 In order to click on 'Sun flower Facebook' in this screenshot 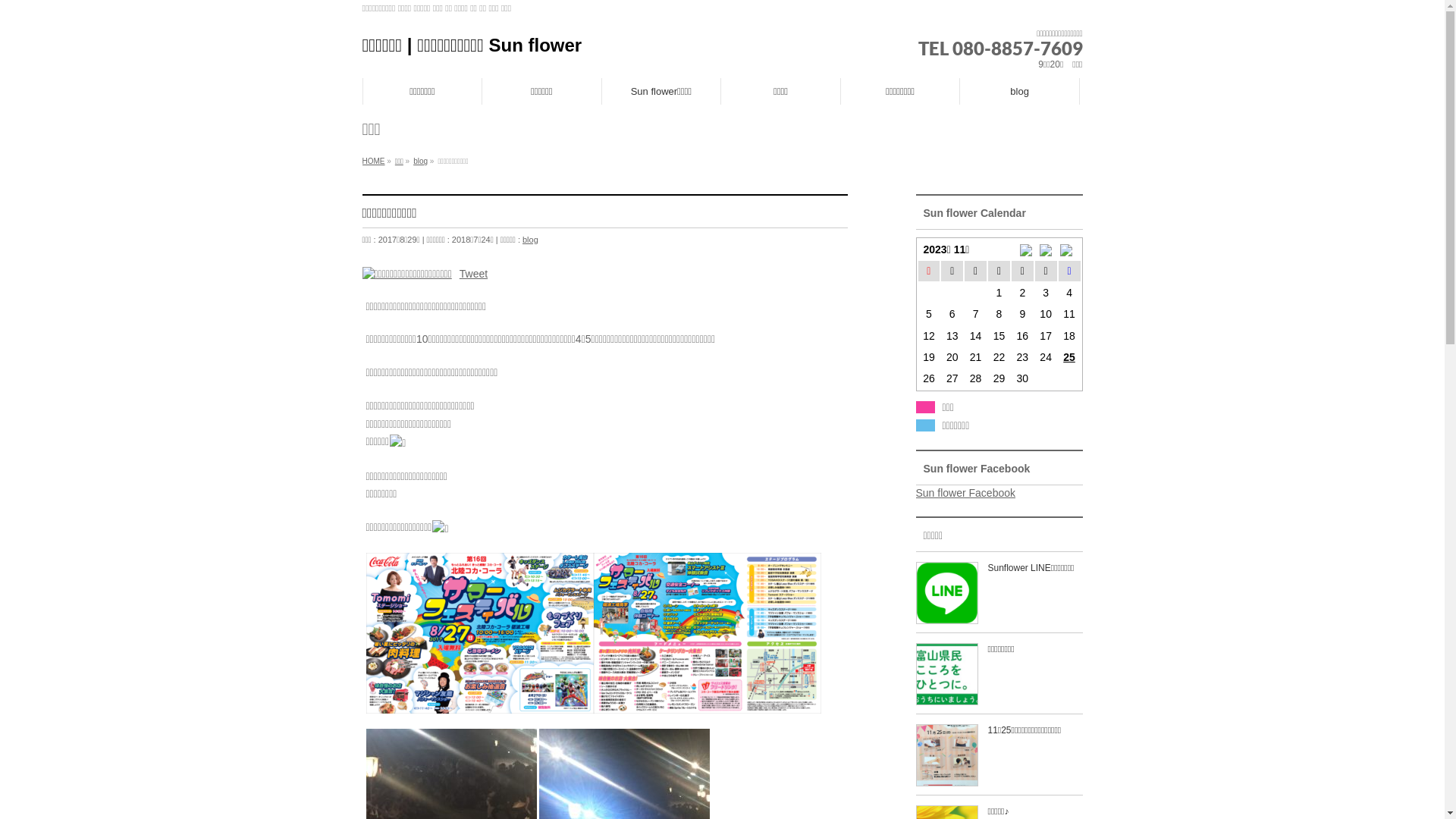, I will do `click(977, 467)`.